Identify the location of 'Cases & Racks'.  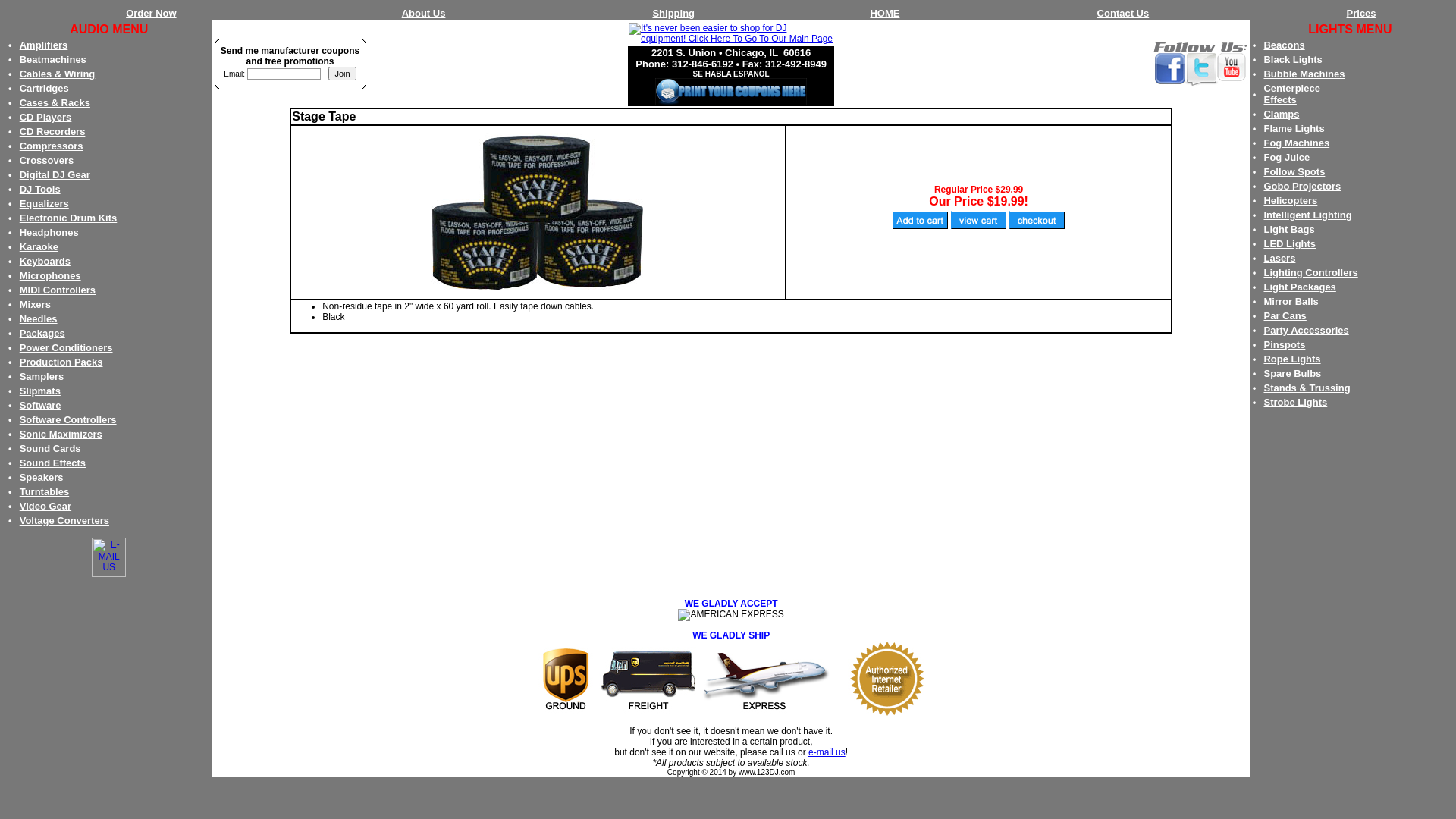
(55, 102).